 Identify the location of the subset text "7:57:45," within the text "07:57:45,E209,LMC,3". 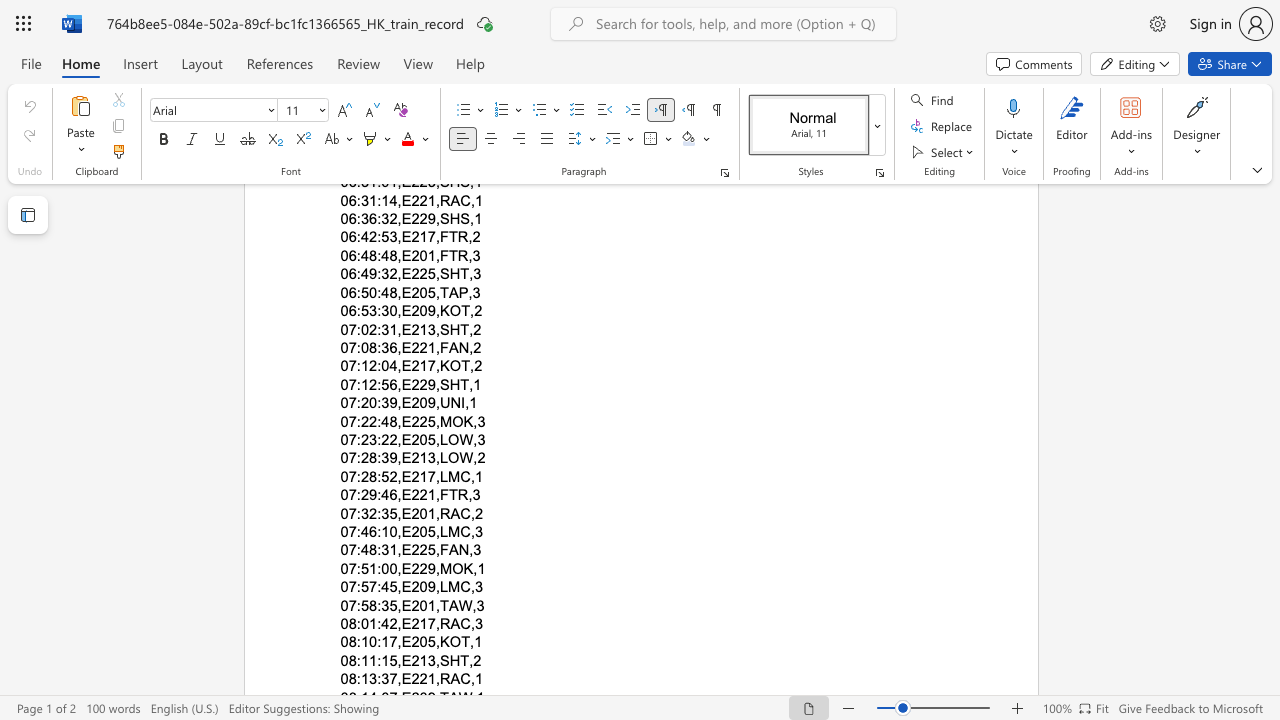
(348, 586).